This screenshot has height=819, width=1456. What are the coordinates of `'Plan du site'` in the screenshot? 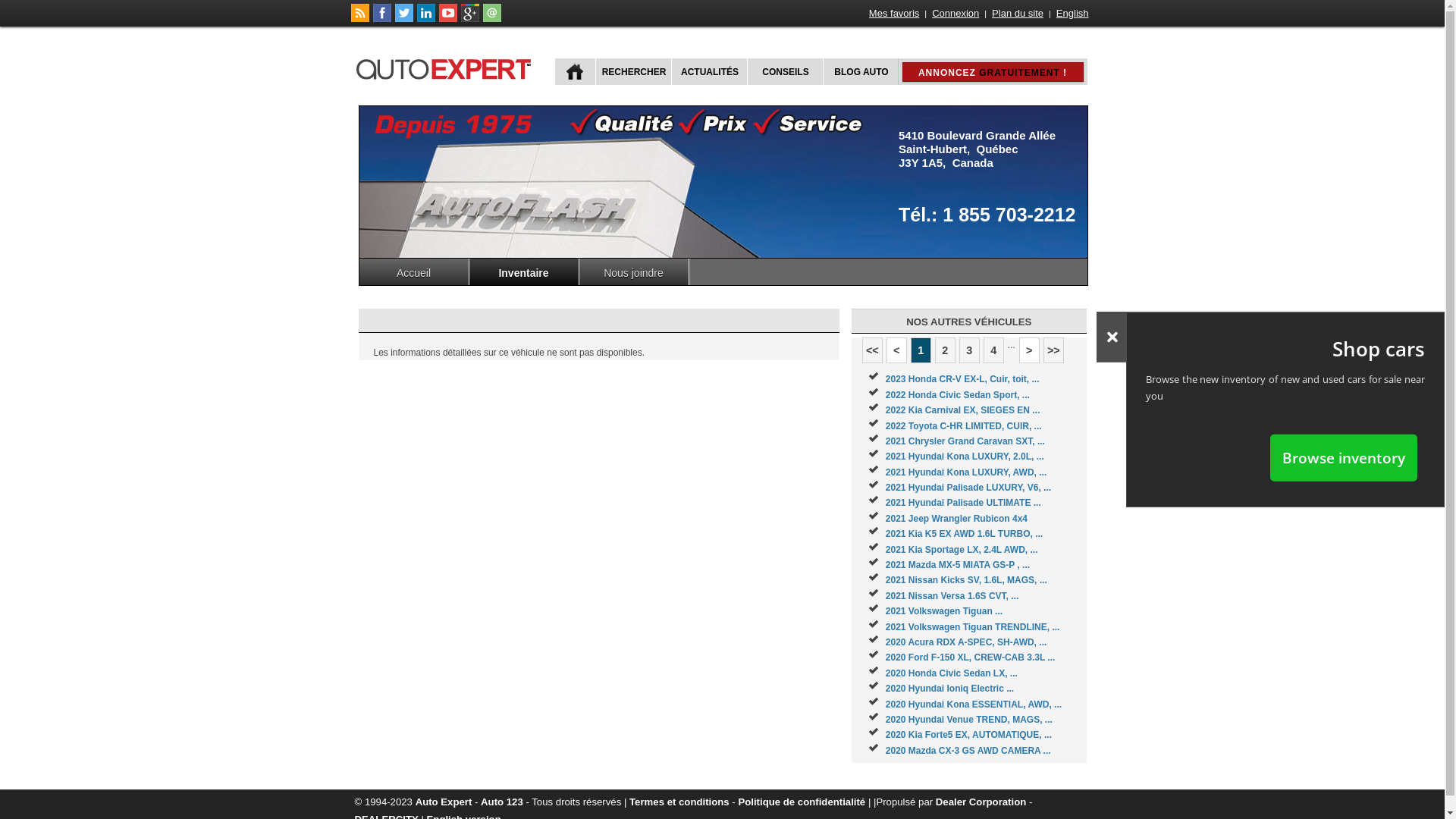 It's located at (1018, 13).